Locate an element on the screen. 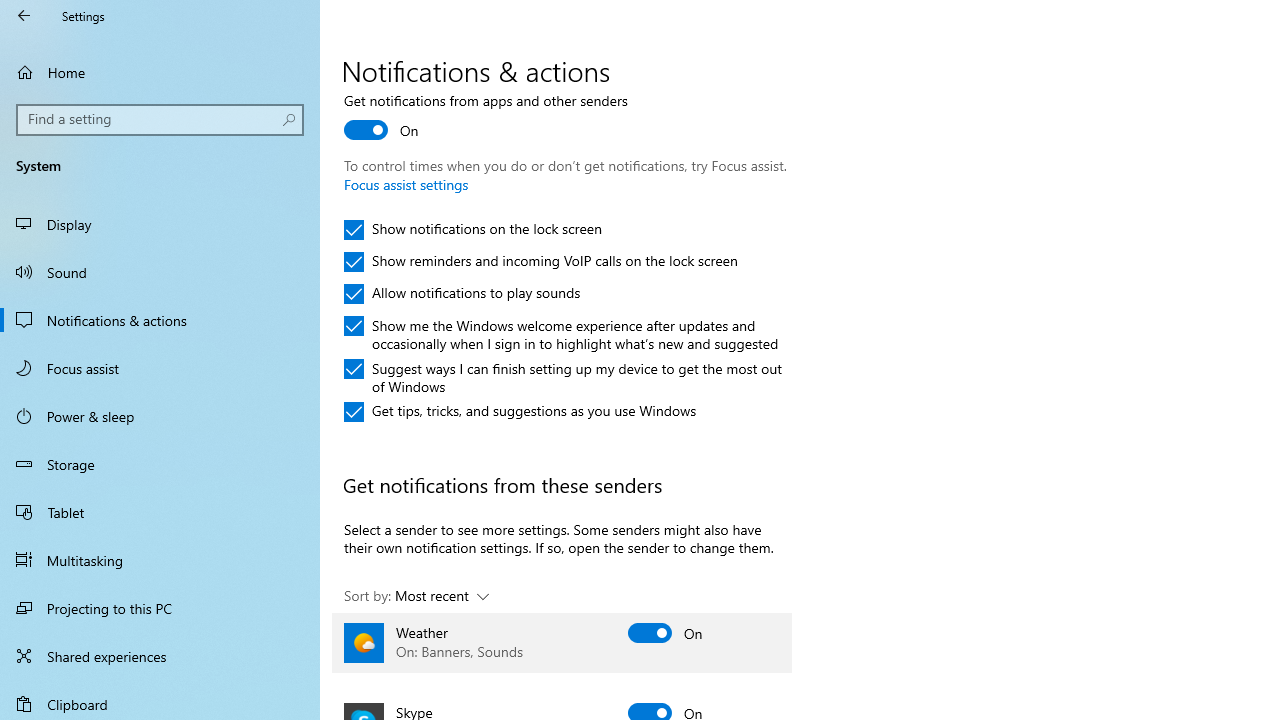 This screenshot has width=1280, height=720. 'Storage' is located at coordinates (160, 464).